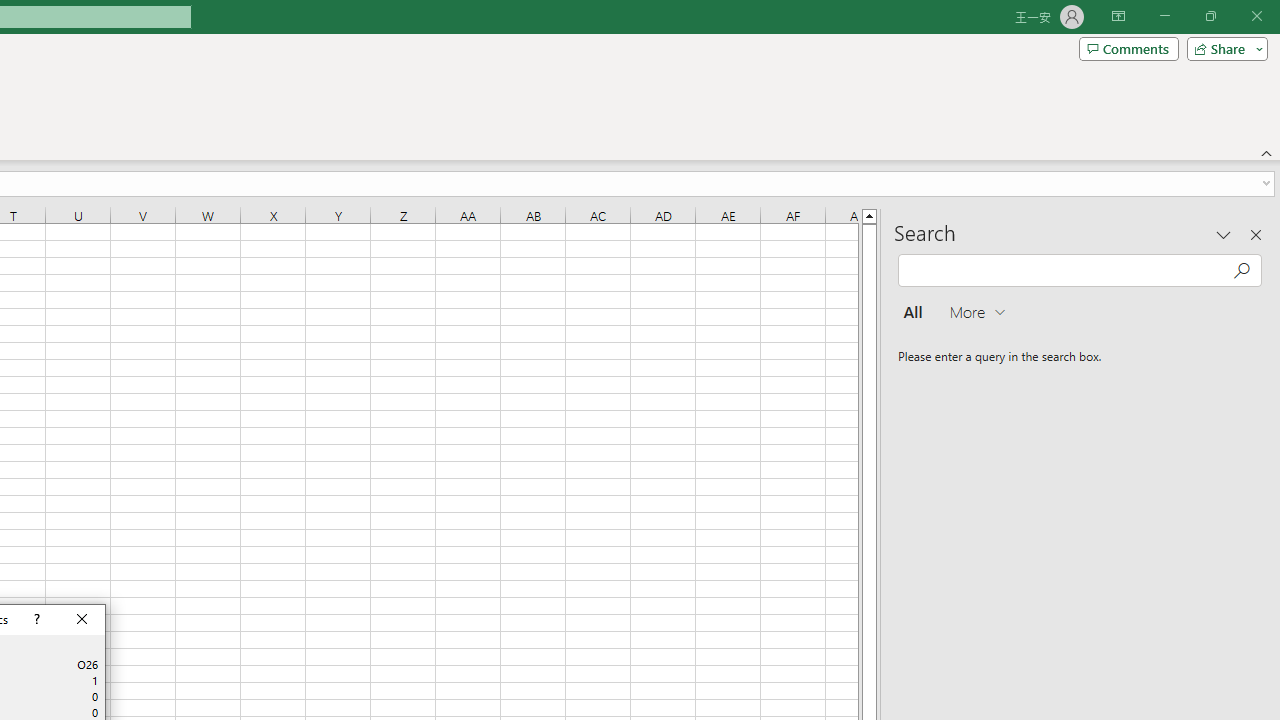  Describe the element at coordinates (1128, 47) in the screenshot. I see `'Comments'` at that location.